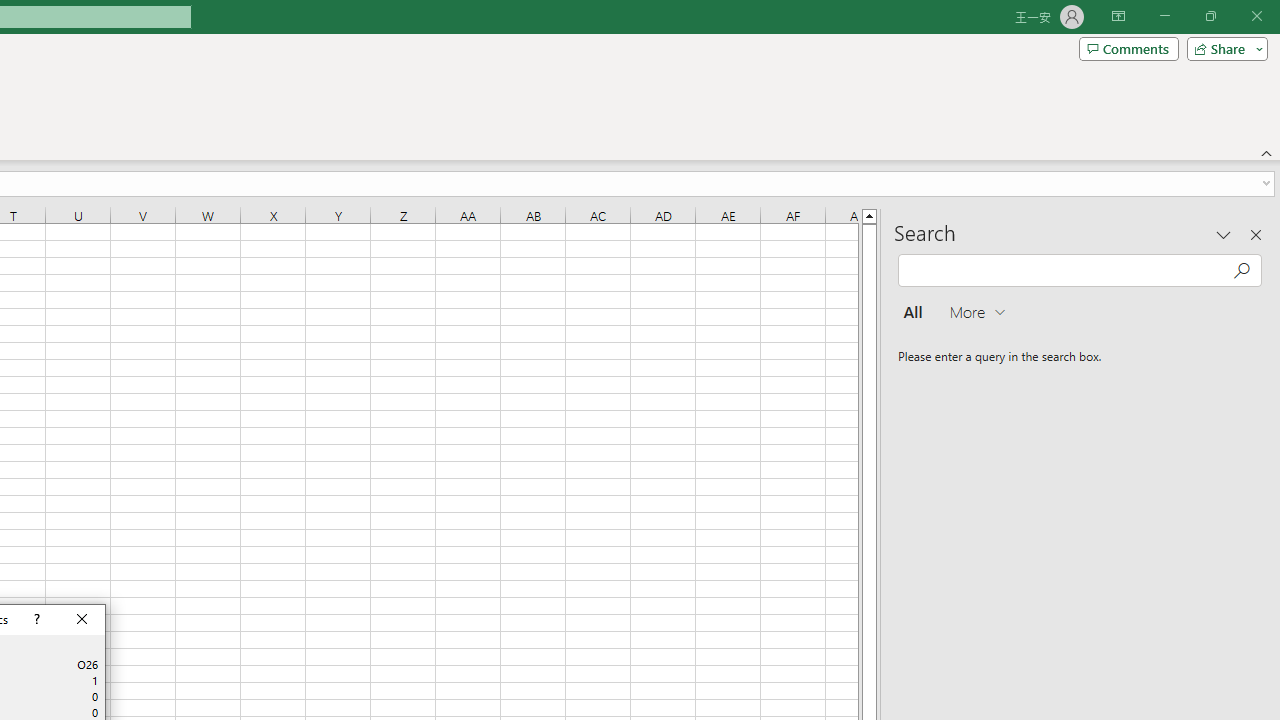  Describe the element at coordinates (1128, 47) in the screenshot. I see `'Comments'` at that location.